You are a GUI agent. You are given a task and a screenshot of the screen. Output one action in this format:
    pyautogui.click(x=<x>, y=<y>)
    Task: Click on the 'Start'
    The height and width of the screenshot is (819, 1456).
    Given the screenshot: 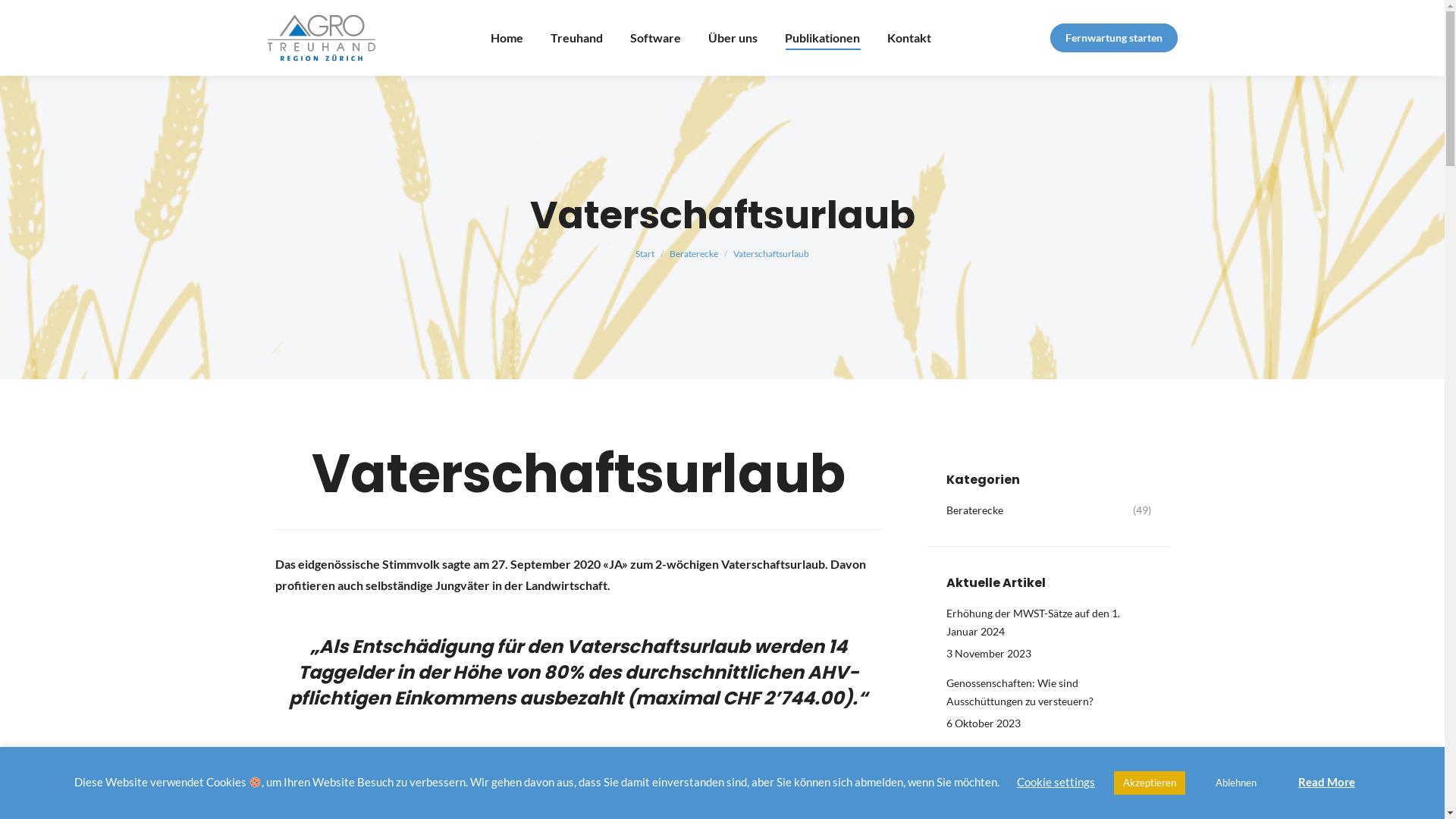 What is the action you would take?
    pyautogui.click(x=645, y=253)
    